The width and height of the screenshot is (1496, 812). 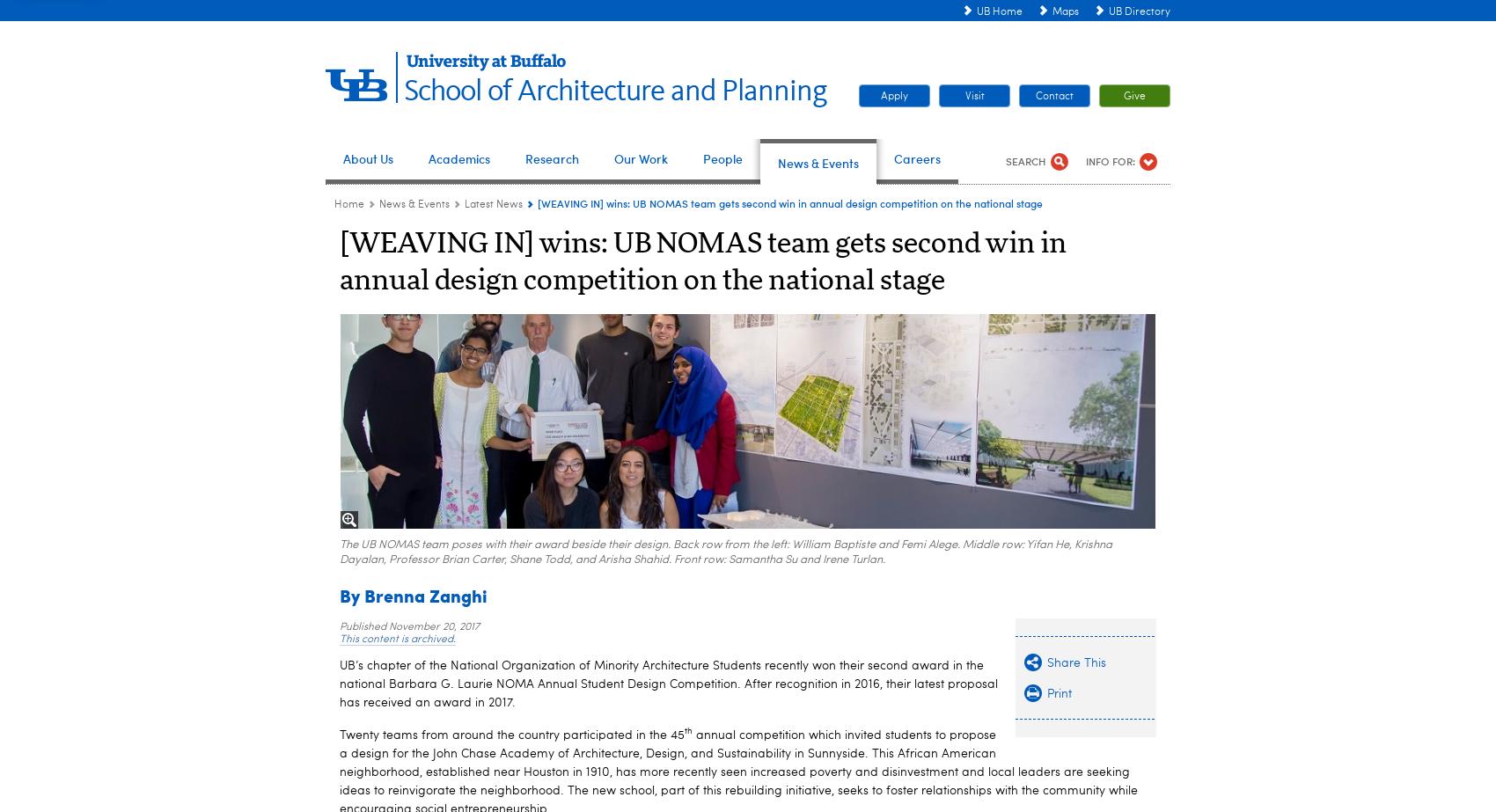 What do you see at coordinates (414, 593) in the screenshot?
I see `'By Brenna Zanghi'` at bounding box center [414, 593].